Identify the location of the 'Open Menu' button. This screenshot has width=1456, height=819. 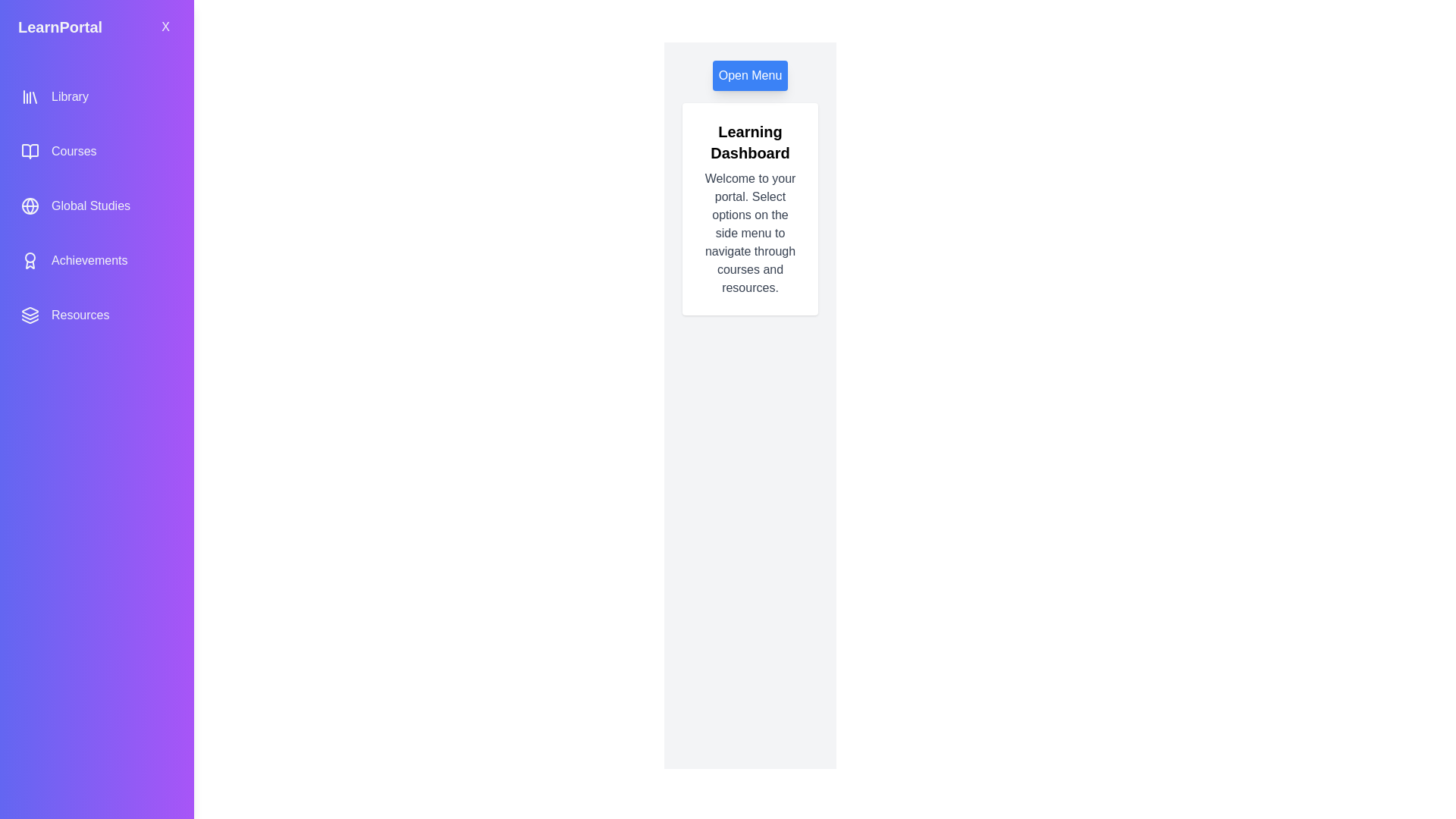
(750, 76).